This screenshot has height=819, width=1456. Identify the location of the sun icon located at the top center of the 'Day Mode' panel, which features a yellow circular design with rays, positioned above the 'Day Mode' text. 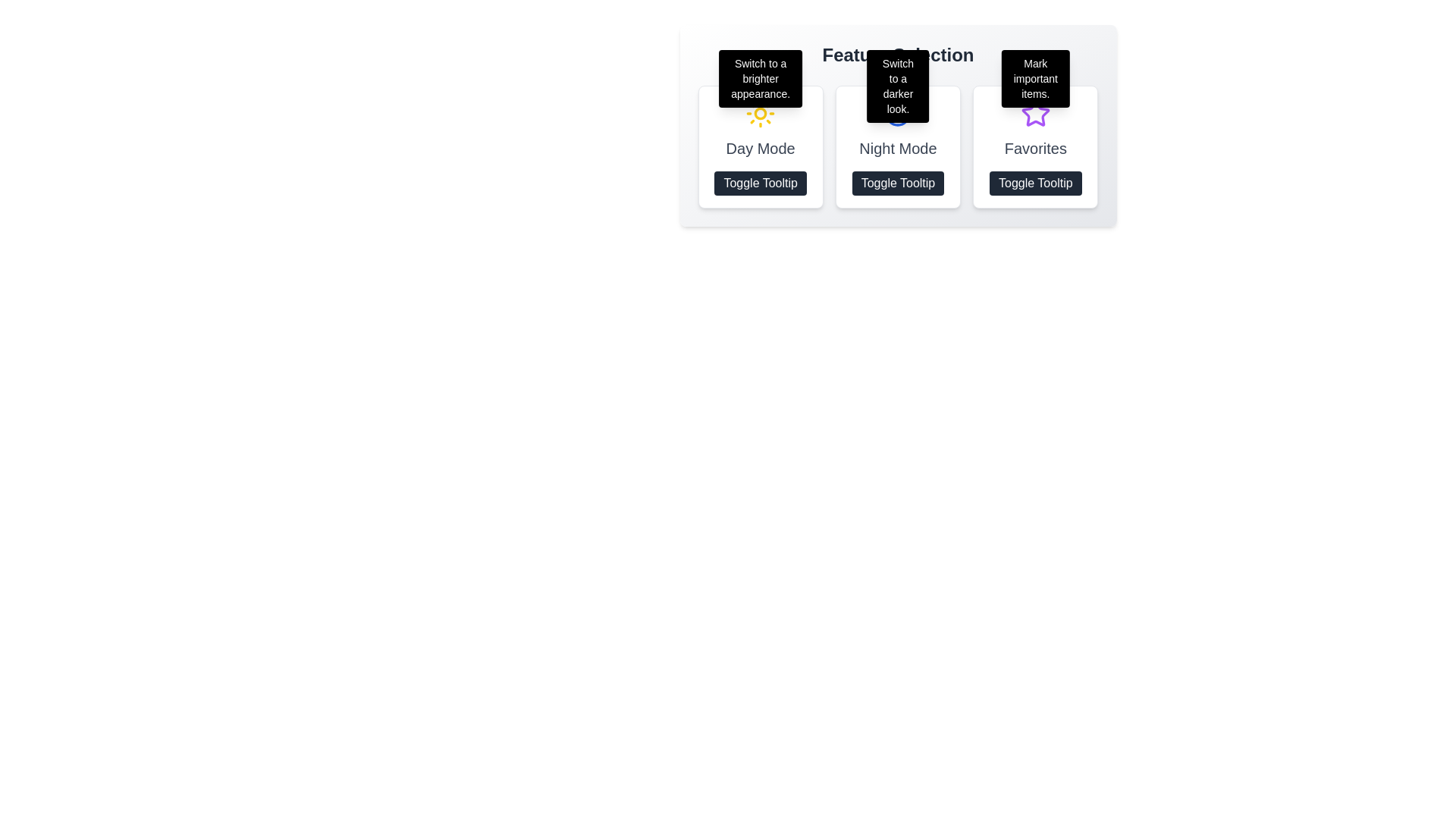
(761, 113).